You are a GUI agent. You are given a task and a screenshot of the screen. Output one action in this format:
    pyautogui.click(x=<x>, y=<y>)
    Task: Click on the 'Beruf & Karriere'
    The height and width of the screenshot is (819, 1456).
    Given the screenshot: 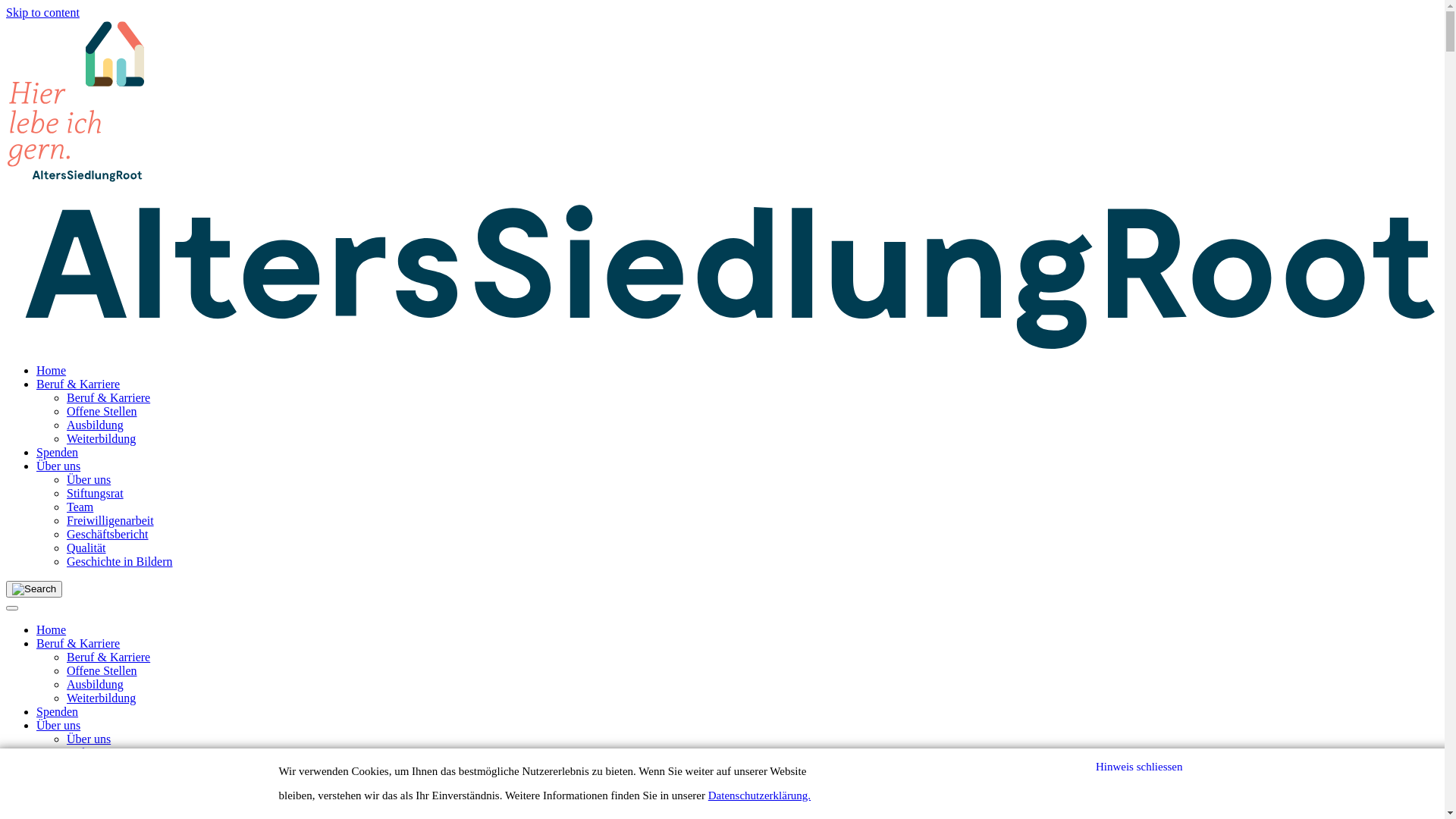 What is the action you would take?
    pyautogui.click(x=108, y=656)
    